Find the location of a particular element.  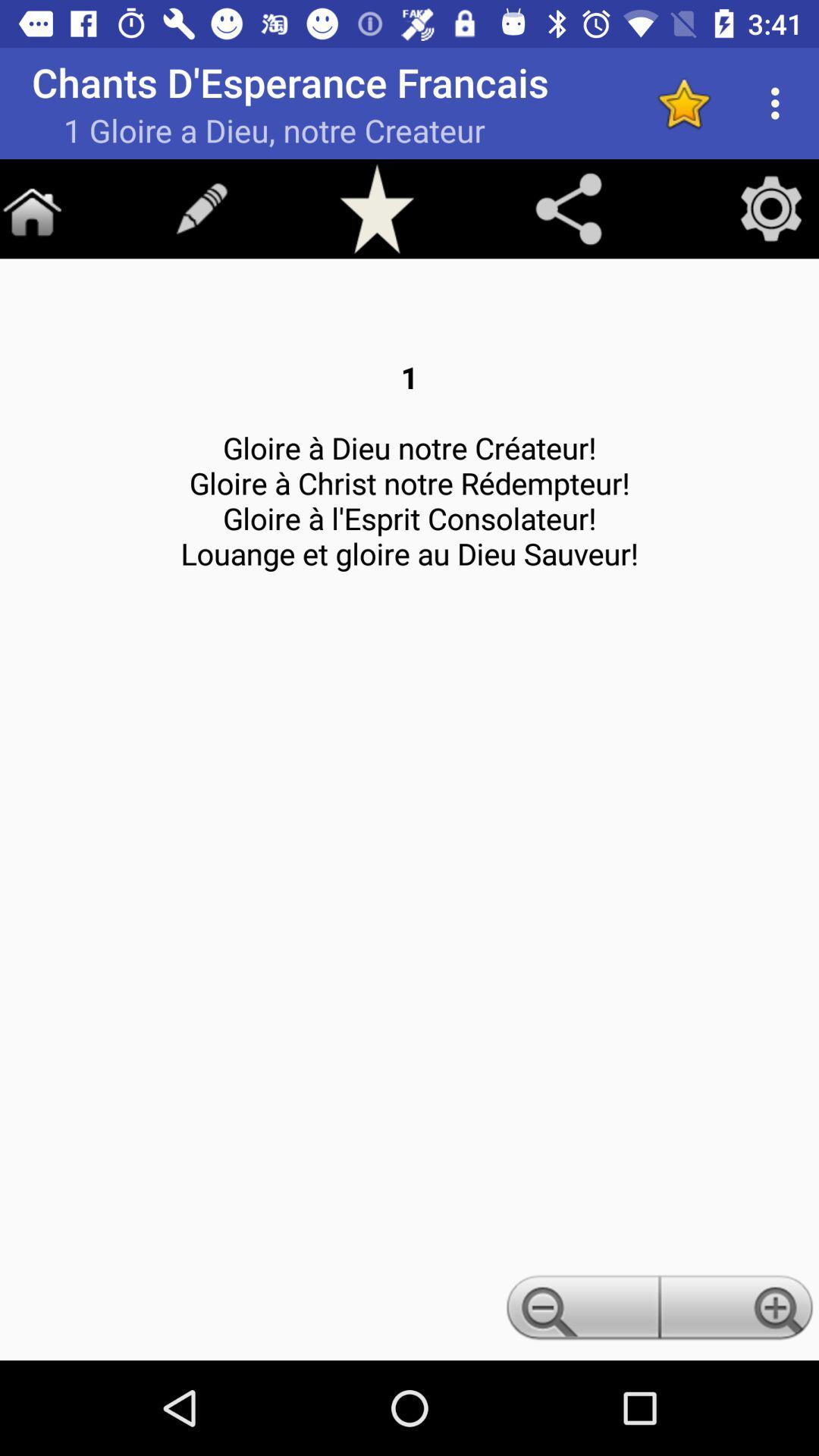

enlarge is located at coordinates (739, 1311).